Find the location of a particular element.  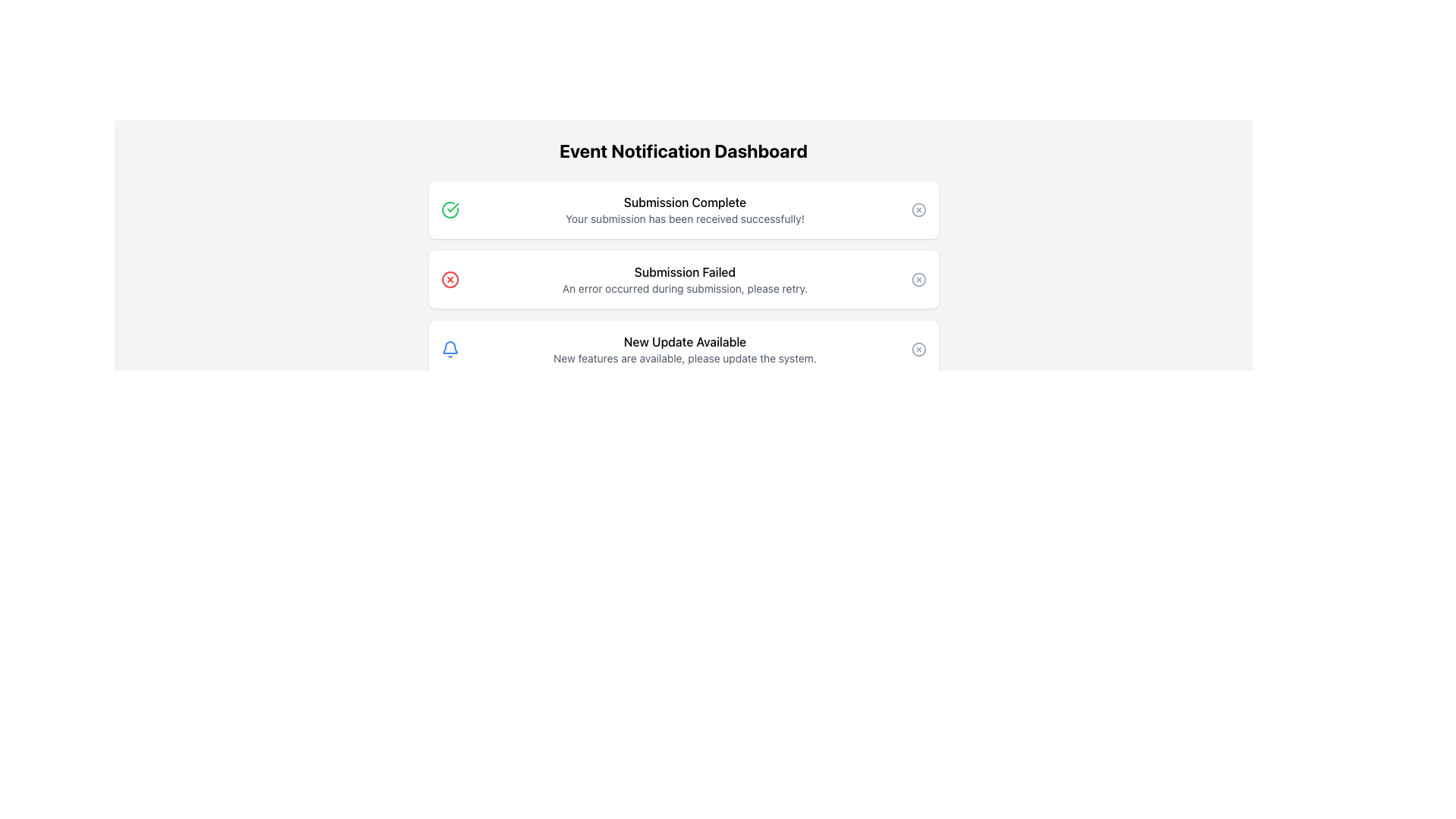

the outer circular part of the 'close' icon located at the far right of the 'Submission Complete' notification row is located at coordinates (918, 210).